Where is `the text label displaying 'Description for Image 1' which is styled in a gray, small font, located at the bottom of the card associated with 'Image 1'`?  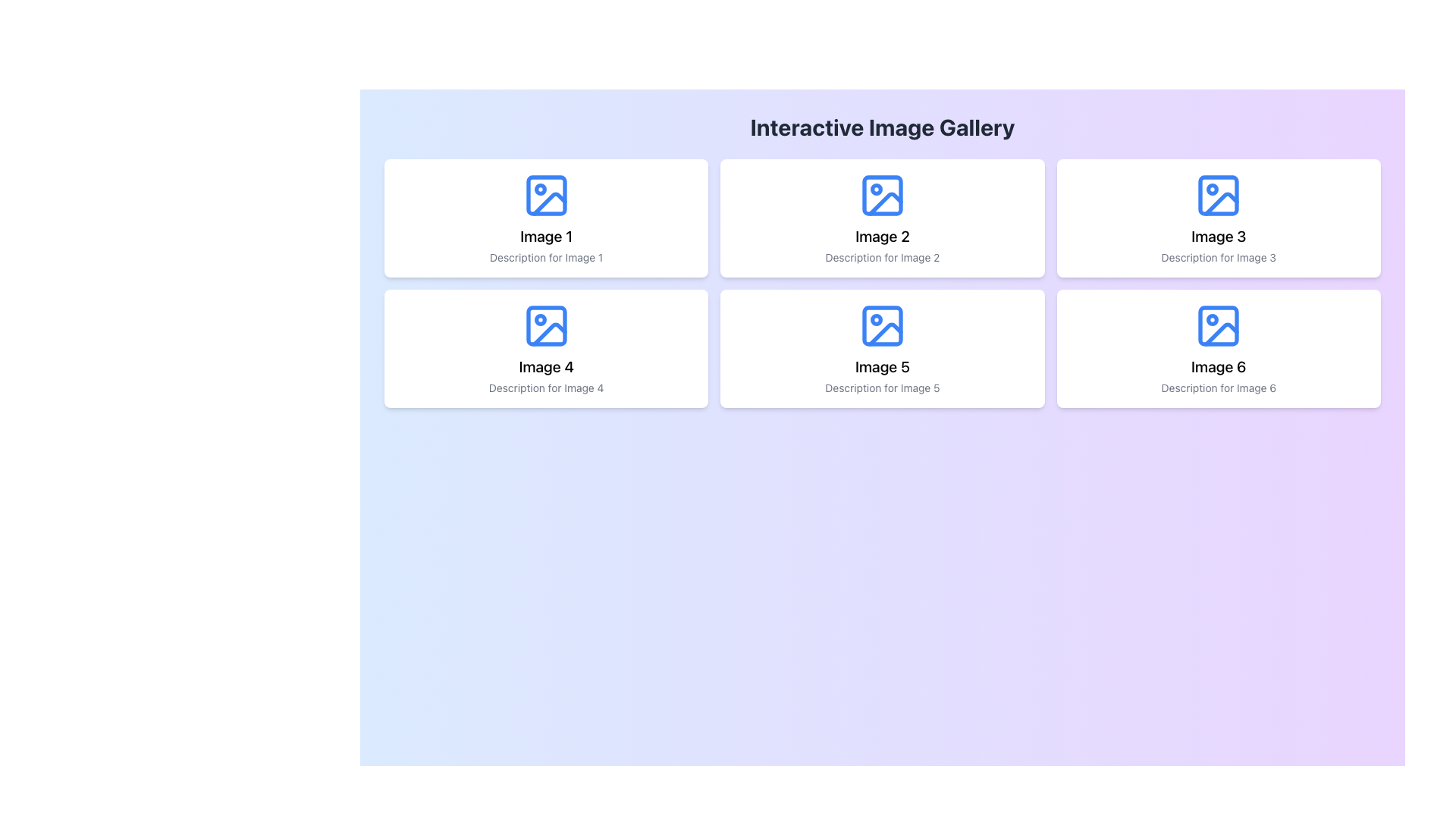 the text label displaying 'Description for Image 1' which is styled in a gray, small font, located at the bottom of the card associated with 'Image 1' is located at coordinates (546, 256).